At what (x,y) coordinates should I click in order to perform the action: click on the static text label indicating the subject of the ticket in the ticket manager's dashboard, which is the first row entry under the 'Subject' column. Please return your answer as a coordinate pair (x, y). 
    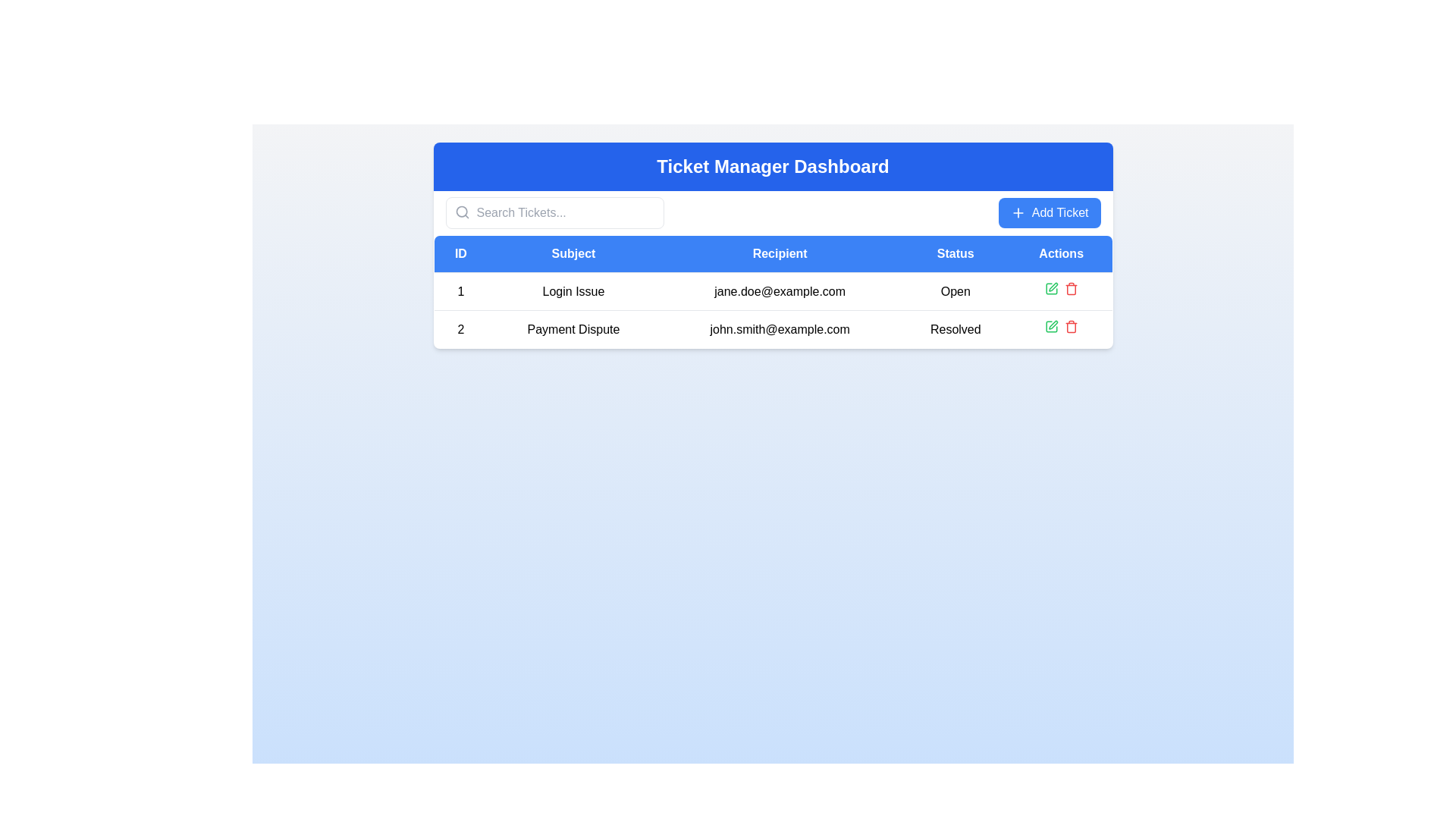
    Looking at the image, I should click on (573, 291).